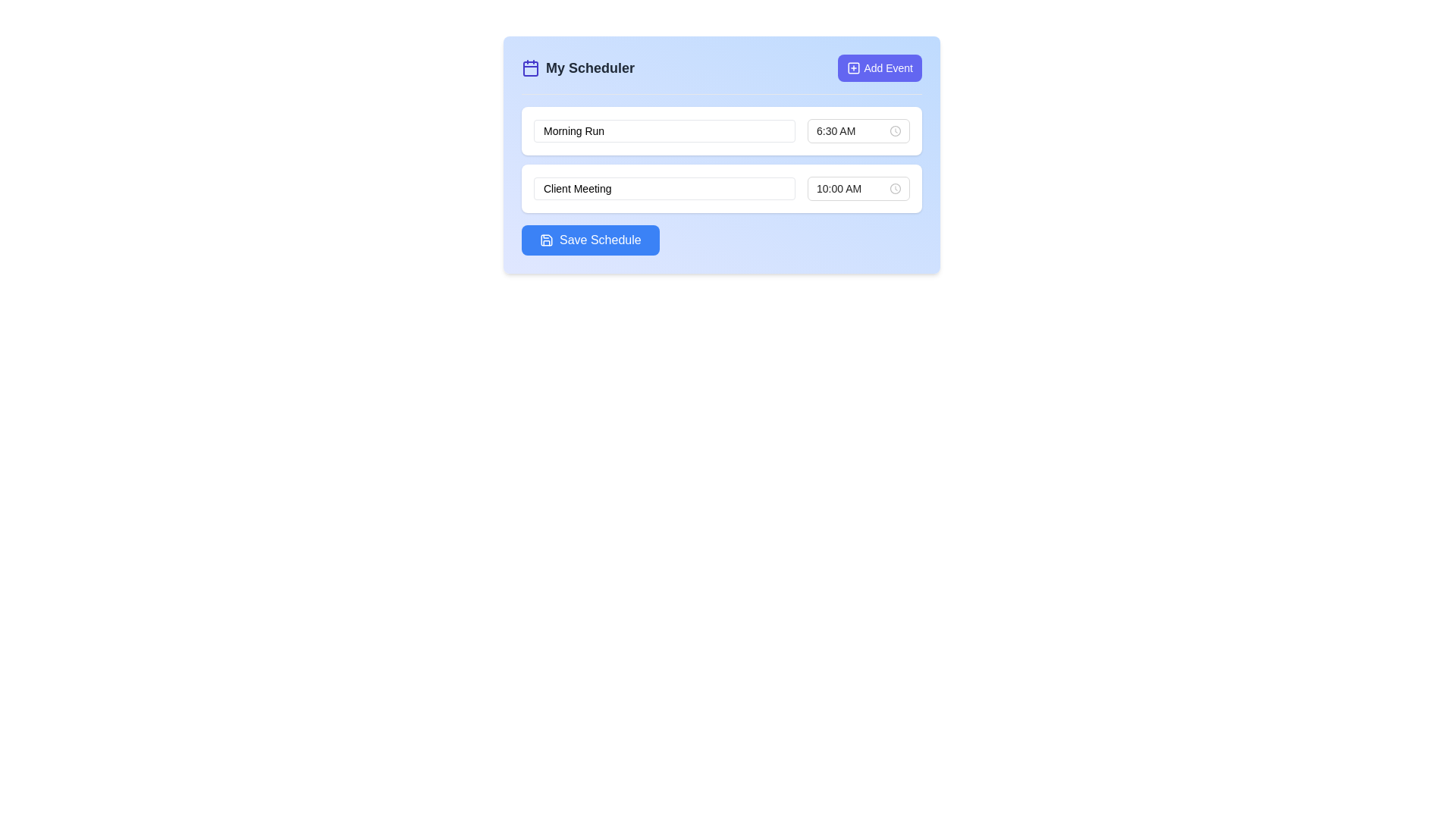 This screenshot has width=1456, height=819. I want to click on the button labeled 'Add Event' which is located at the top-right of the visible card interface, so click(888, 67).